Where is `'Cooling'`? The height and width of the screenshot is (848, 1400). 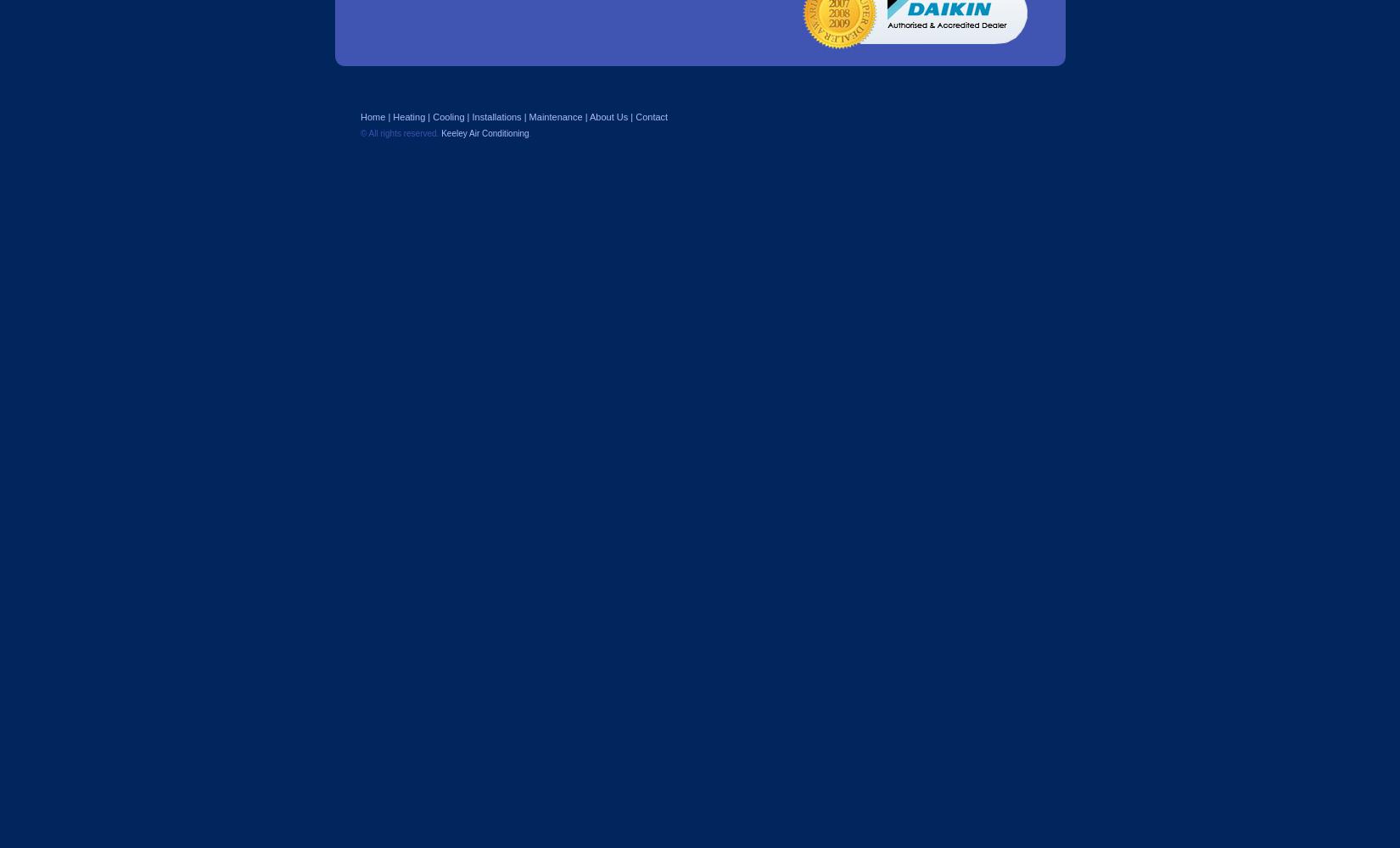
'Cooling' is located at coordinates (432, 117).